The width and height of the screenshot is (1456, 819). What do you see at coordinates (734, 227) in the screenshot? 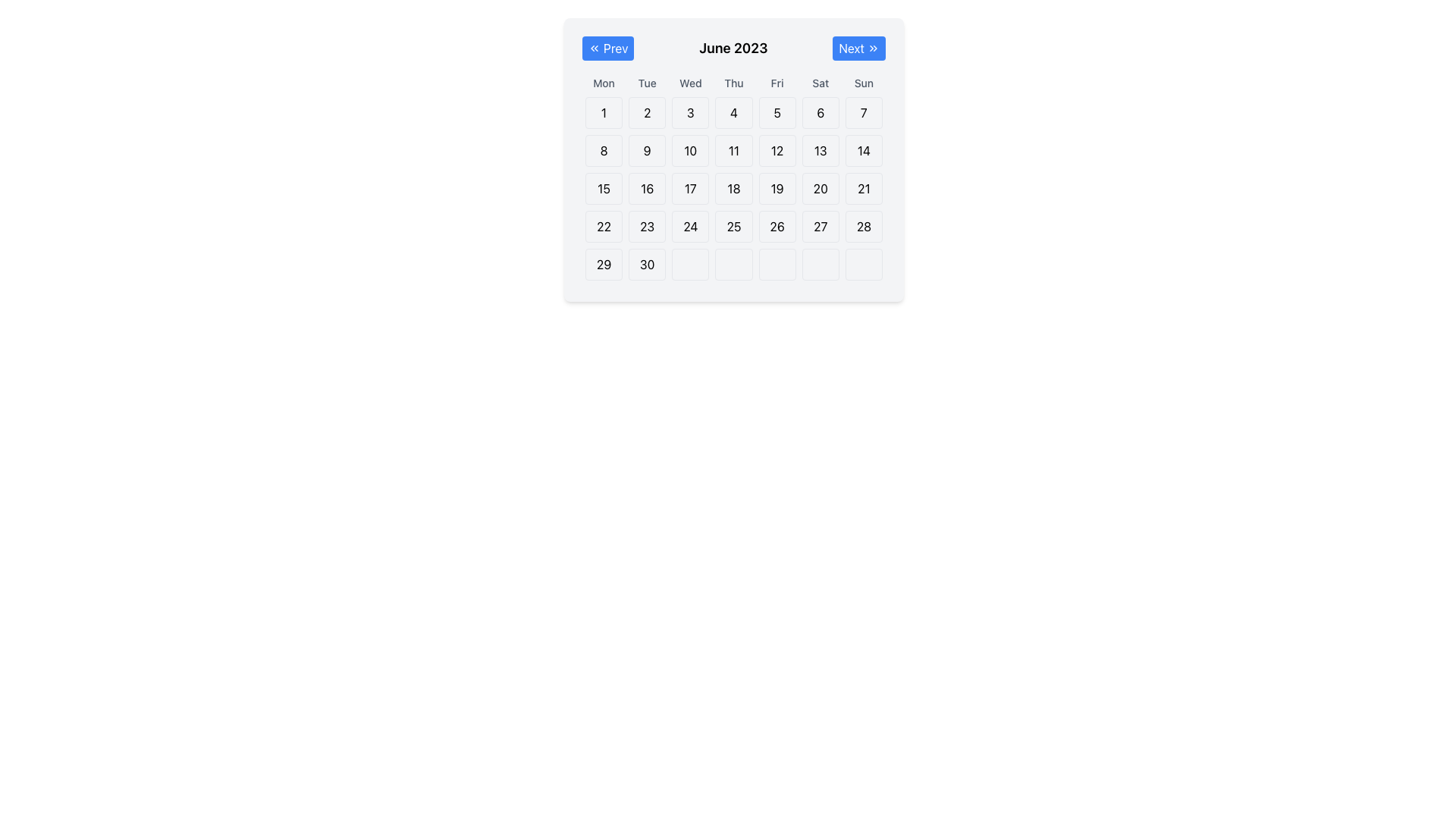
I see `the square-shaped button with the number '25' in black, which is the fourth item in a grid layout of seven elements in the calendar interface` at bounding box center [734, 227].